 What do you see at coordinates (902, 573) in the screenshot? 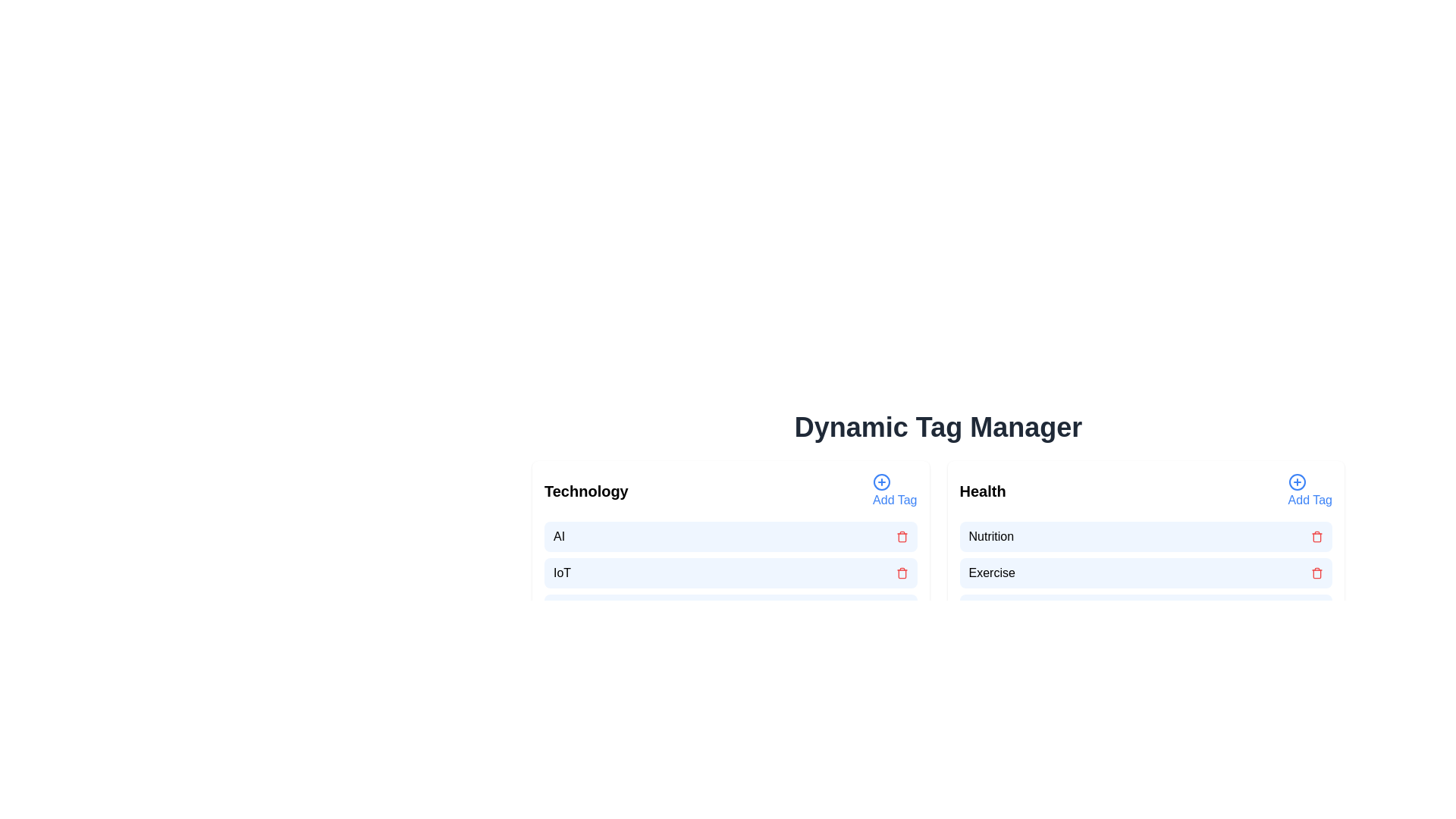
I see `the delete icon button located at the far right of the 'IoT' row under the 'Technology' category to visually highlight it` at bounding box center [902, 573].